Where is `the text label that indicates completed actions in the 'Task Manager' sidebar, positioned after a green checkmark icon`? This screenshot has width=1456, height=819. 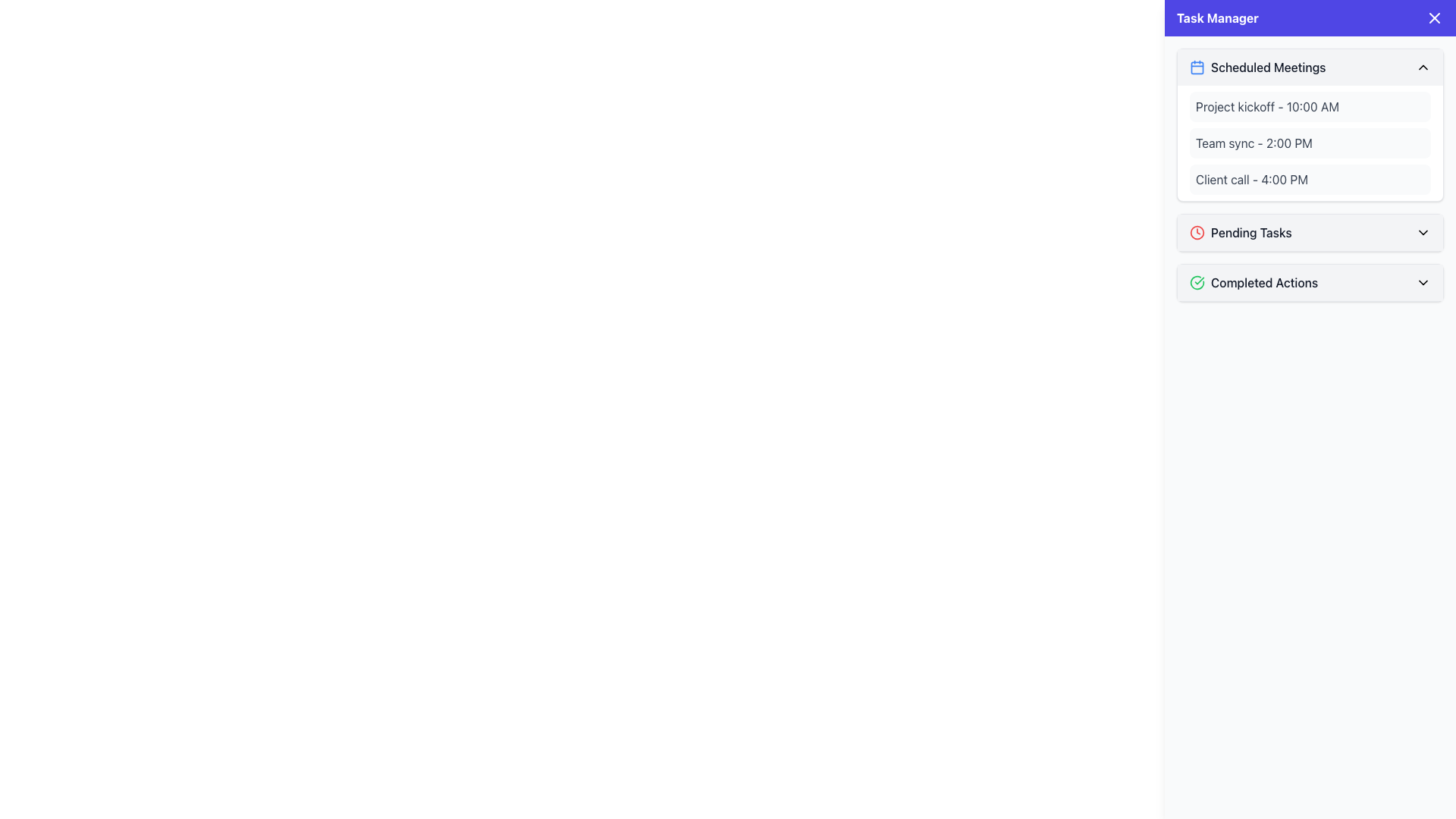 the text label that indicates completed actions in the 'Task Manager' sidebar, positioned after a green checkmark icon is located at coordinates (1264, 283).